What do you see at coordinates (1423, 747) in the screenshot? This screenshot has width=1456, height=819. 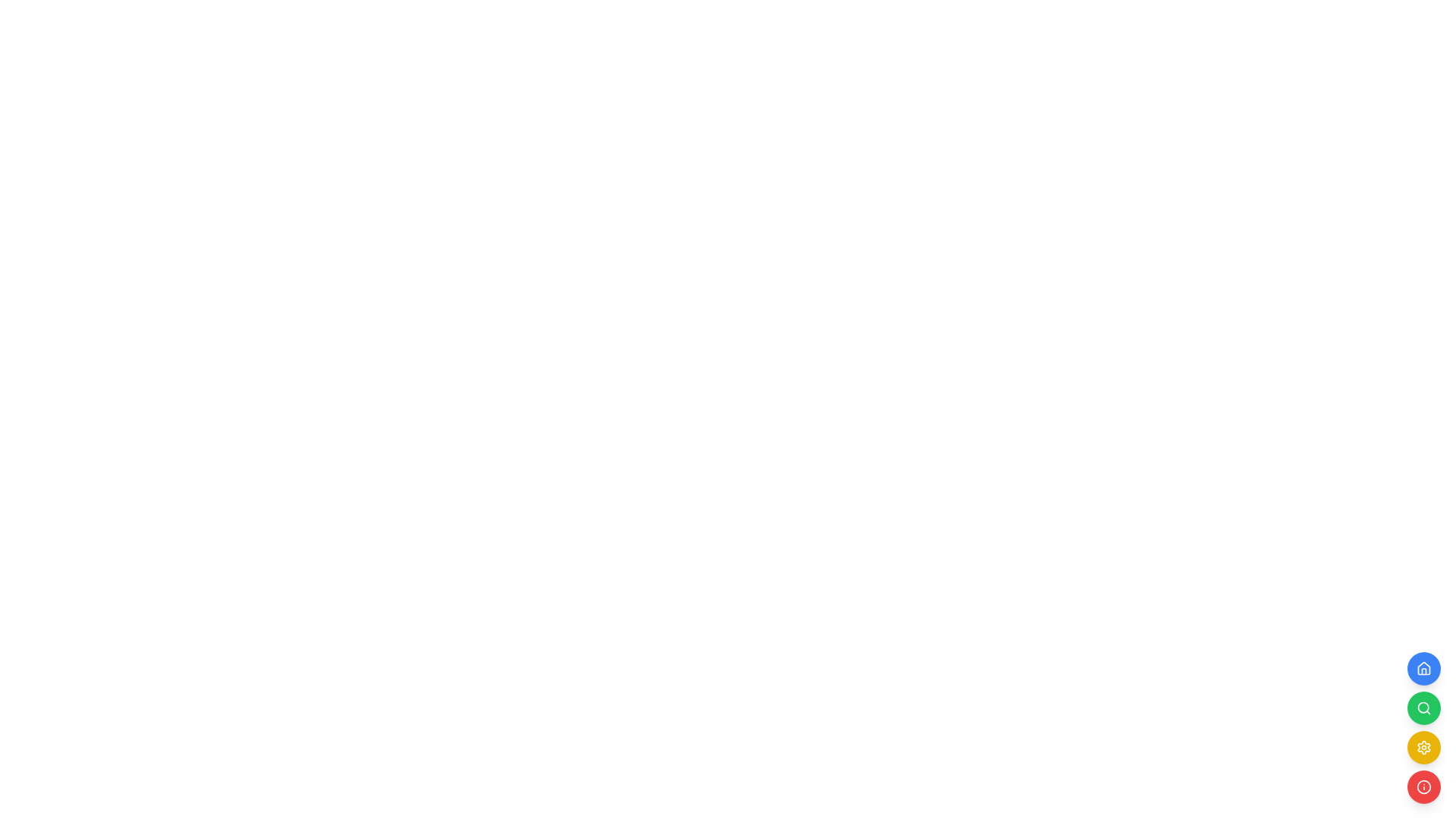 I see `the gear icon button, which is a white icon on a yellow circular background, located in the bottom-right corner of the vertical navigation menu` at bounding box center [1423, 747].